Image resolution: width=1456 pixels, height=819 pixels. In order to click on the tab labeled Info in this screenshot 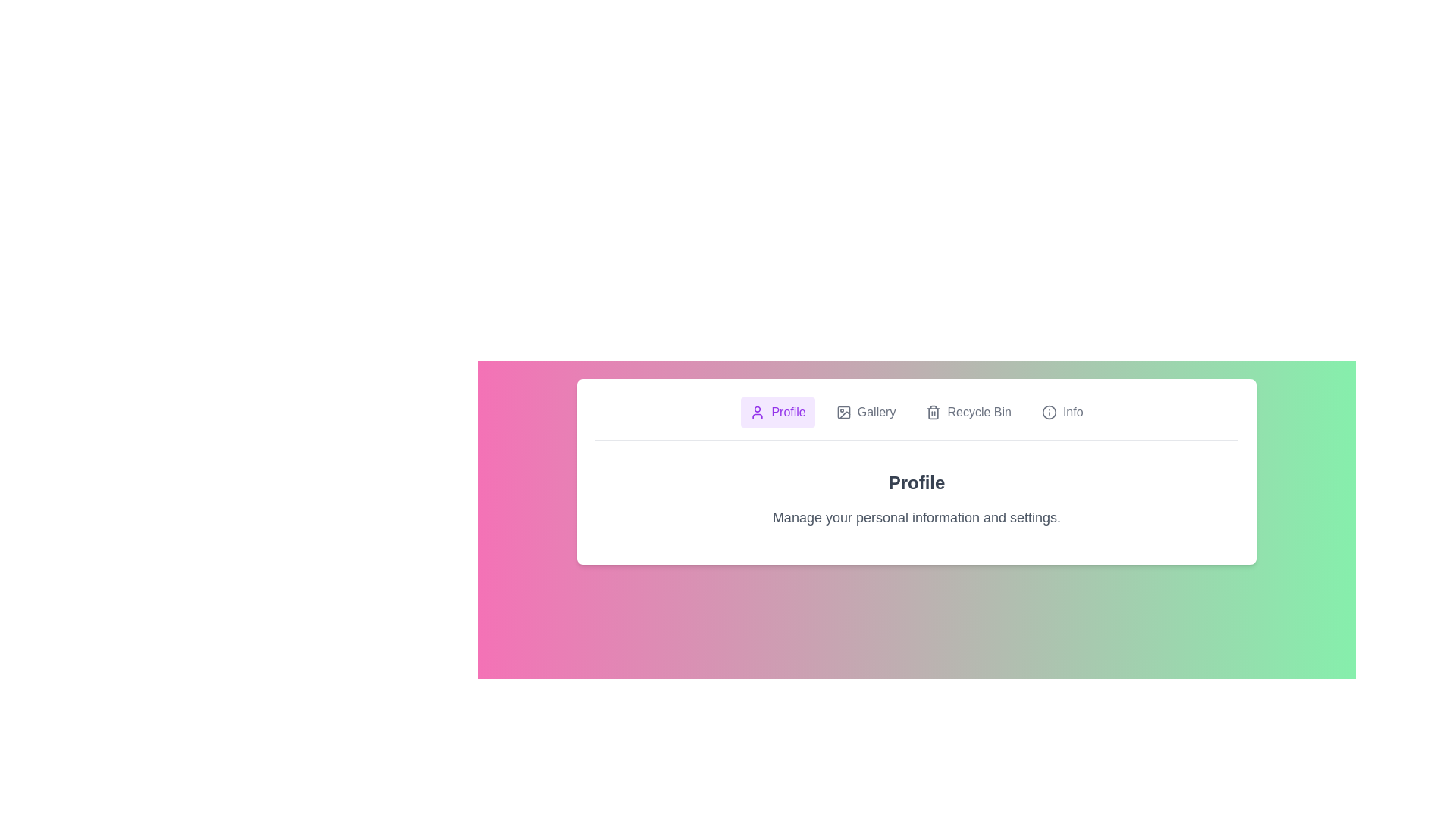, I will do `click(1062, 412)`.